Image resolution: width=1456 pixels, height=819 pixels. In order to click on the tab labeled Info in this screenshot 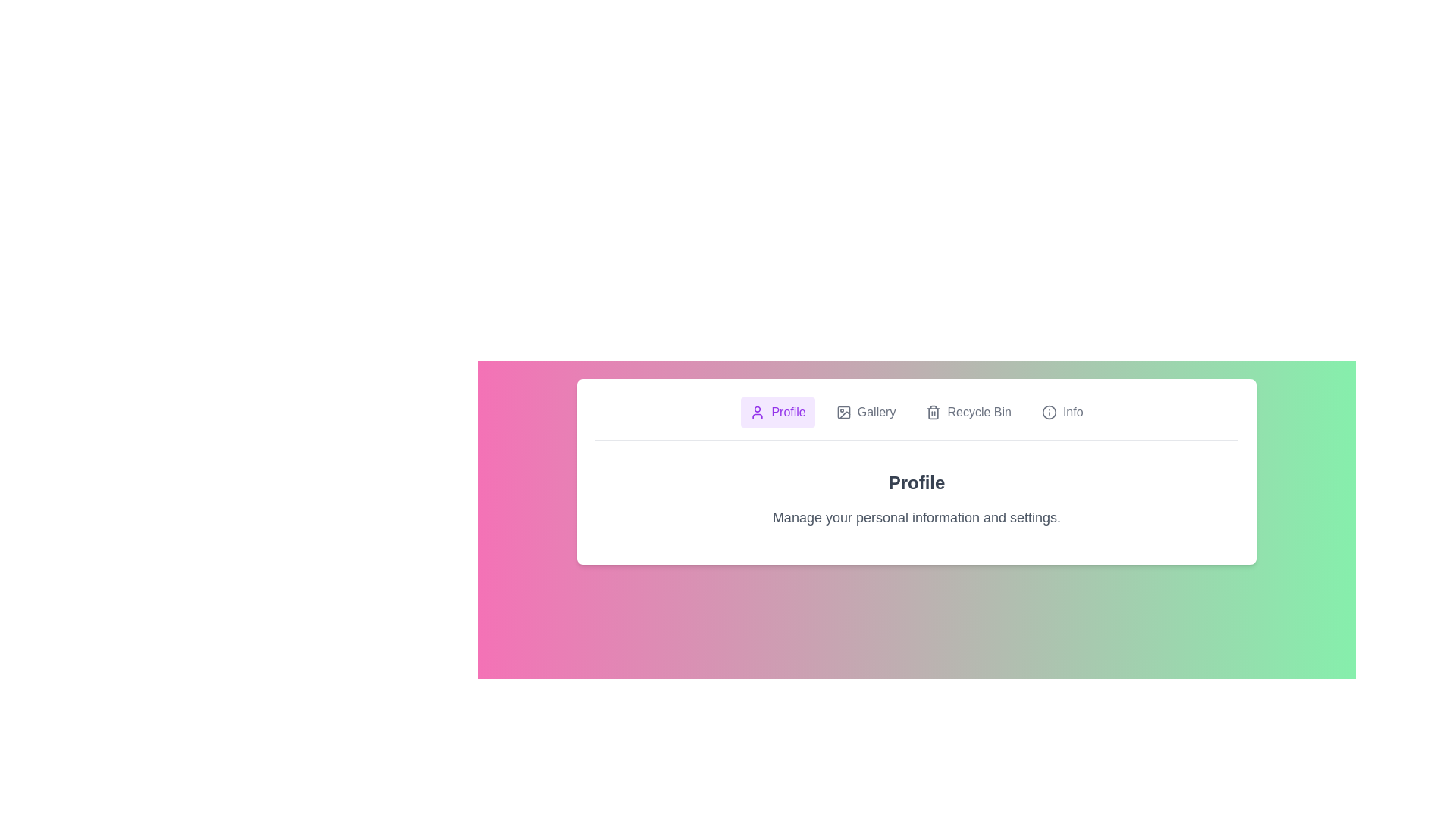, I will do `click(1062, 412)`.